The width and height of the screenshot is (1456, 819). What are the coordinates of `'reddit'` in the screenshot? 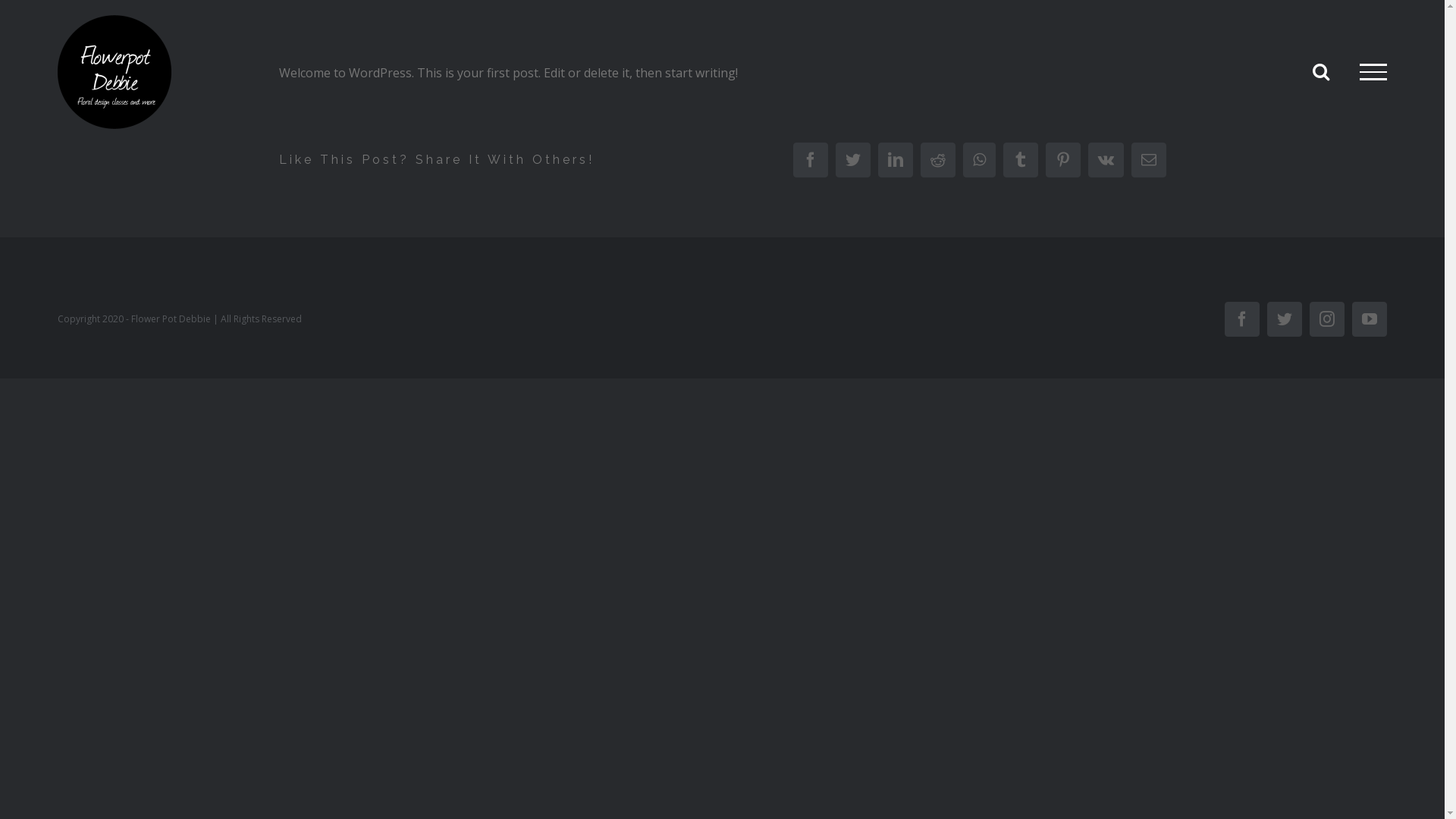 It's located at (920, 160).